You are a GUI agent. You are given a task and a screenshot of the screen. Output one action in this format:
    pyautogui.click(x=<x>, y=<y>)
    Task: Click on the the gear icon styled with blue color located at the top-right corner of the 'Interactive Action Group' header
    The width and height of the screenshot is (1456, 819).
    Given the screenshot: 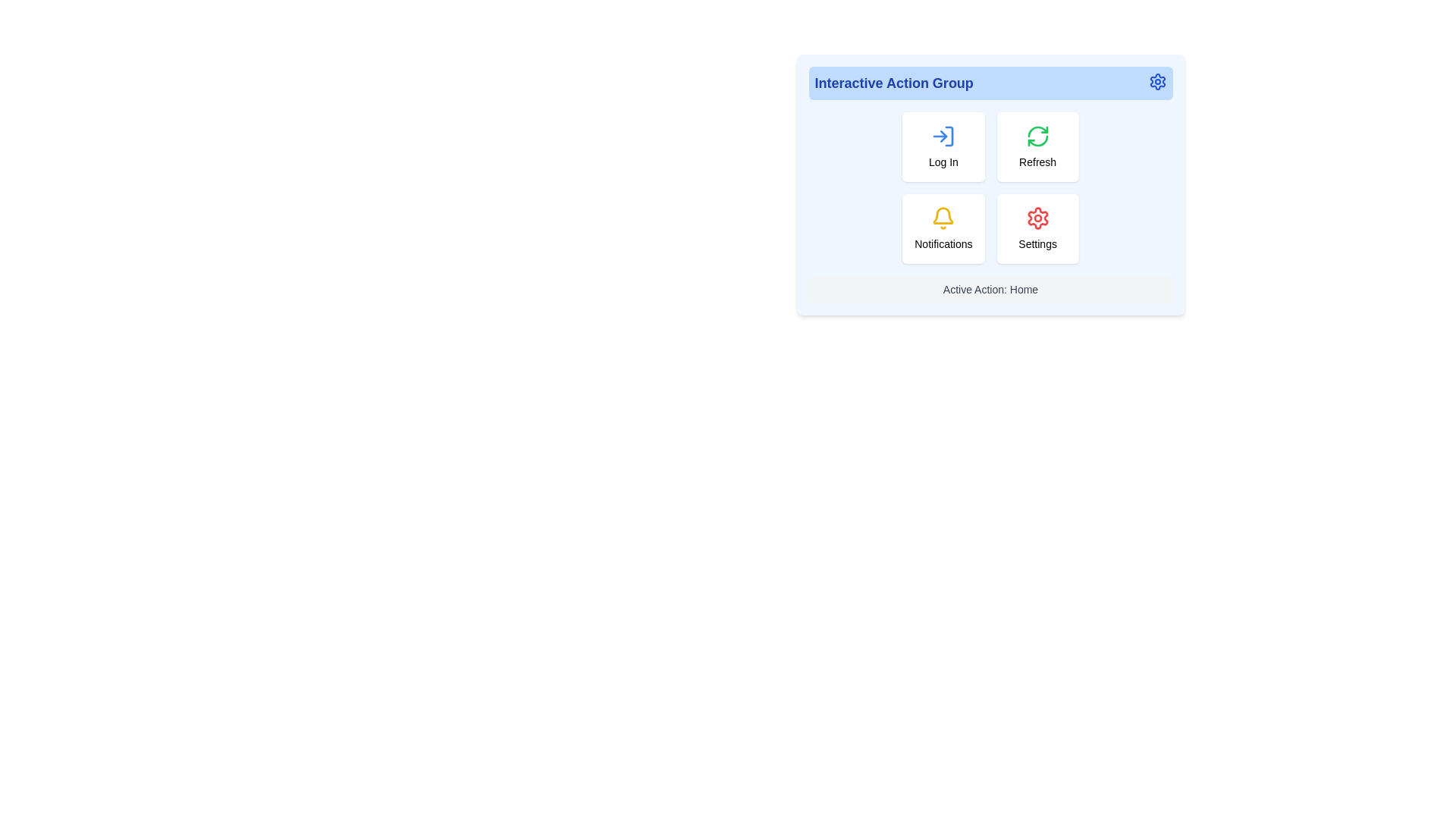 What is the action you would take?
    pyautogui.click(x=1156, y=82)
    